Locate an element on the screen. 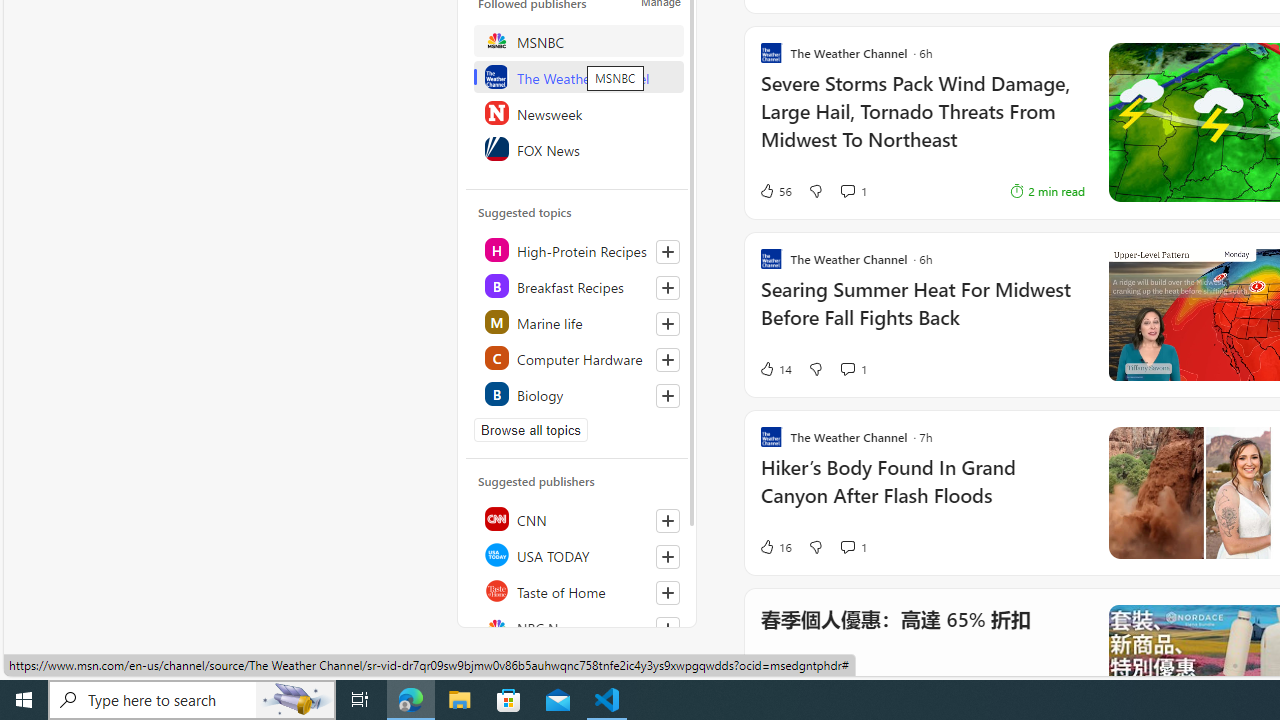 This screenshot has height=720, width=1280. '56 Like' is located at coordinates (774, 191).